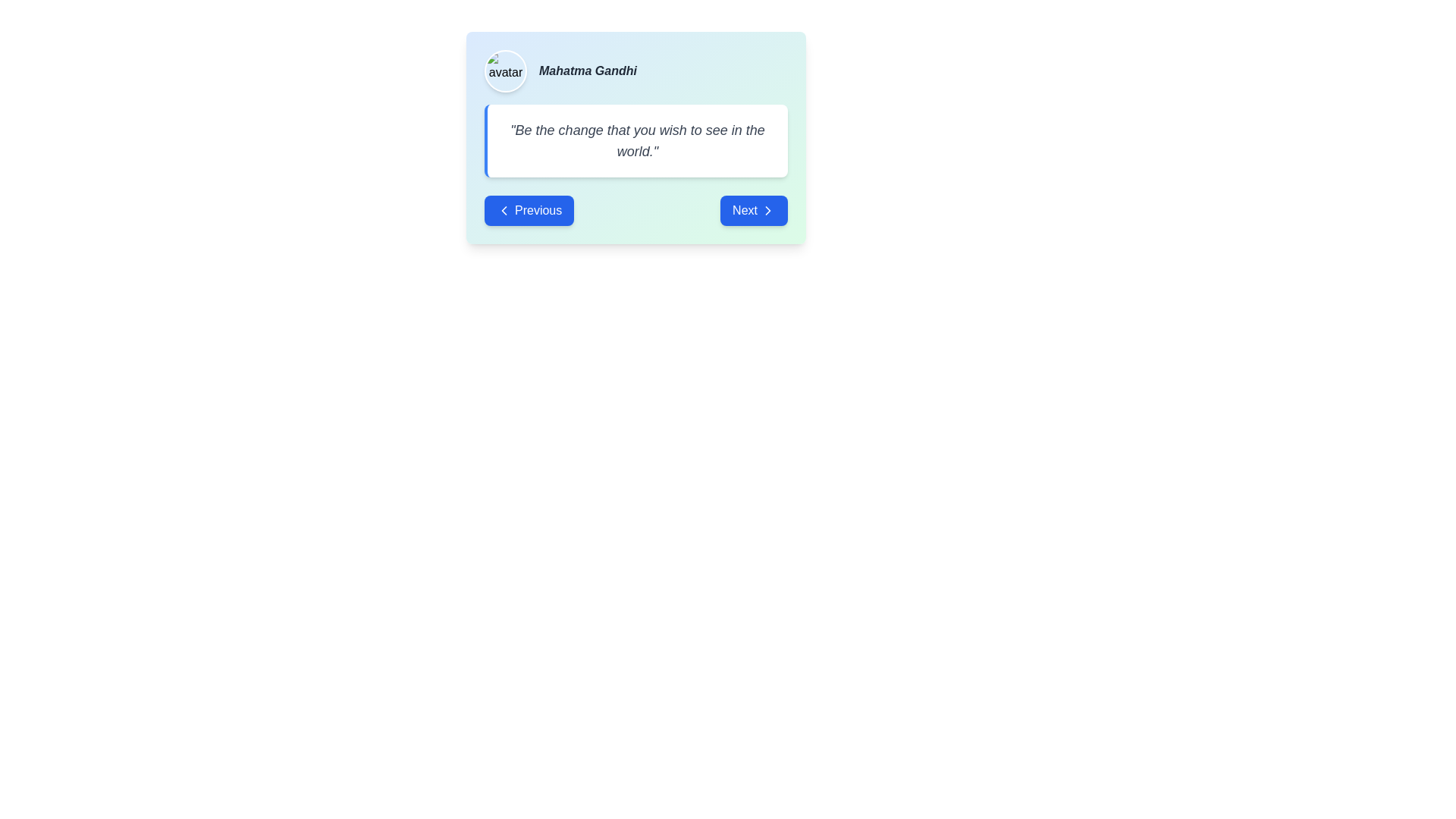 The height and width of the screenshot is (819, 1456). What do you see at coordinates (636, 210) in the screenshot?
I see `the Navigation control, which contains 'Previous' and 'Next' buttons positioned at the bottom of a card element` at bounding box center [636, 210].